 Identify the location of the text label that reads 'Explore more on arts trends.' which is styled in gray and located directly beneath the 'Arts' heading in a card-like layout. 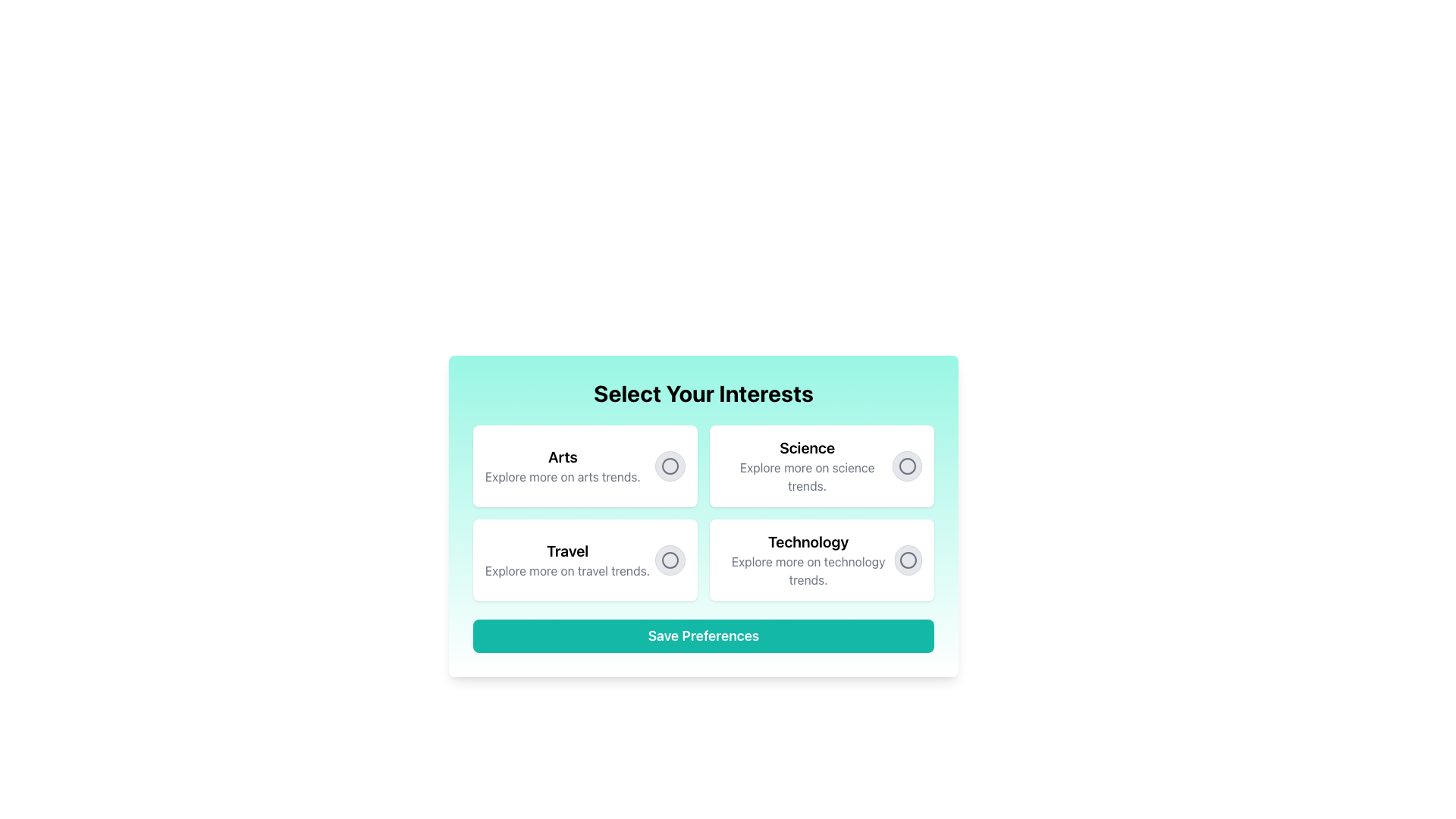
(562, 475).